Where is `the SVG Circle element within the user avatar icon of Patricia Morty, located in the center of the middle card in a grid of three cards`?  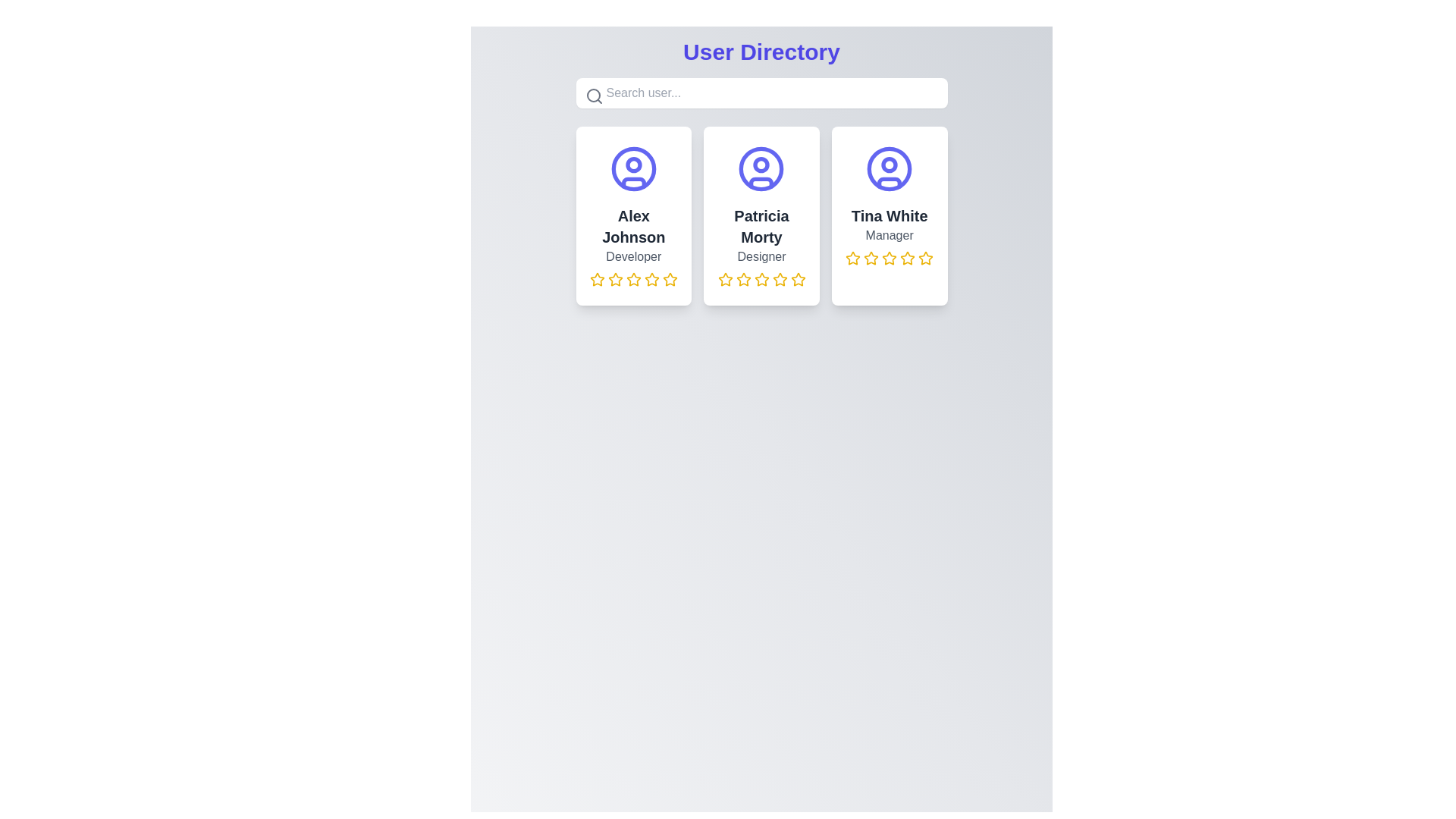
the SVG Circle element within the user avatar icon of Patricia Morty, located in the center of the middle card in a grid of three cards is located at coordinates (761, 169).